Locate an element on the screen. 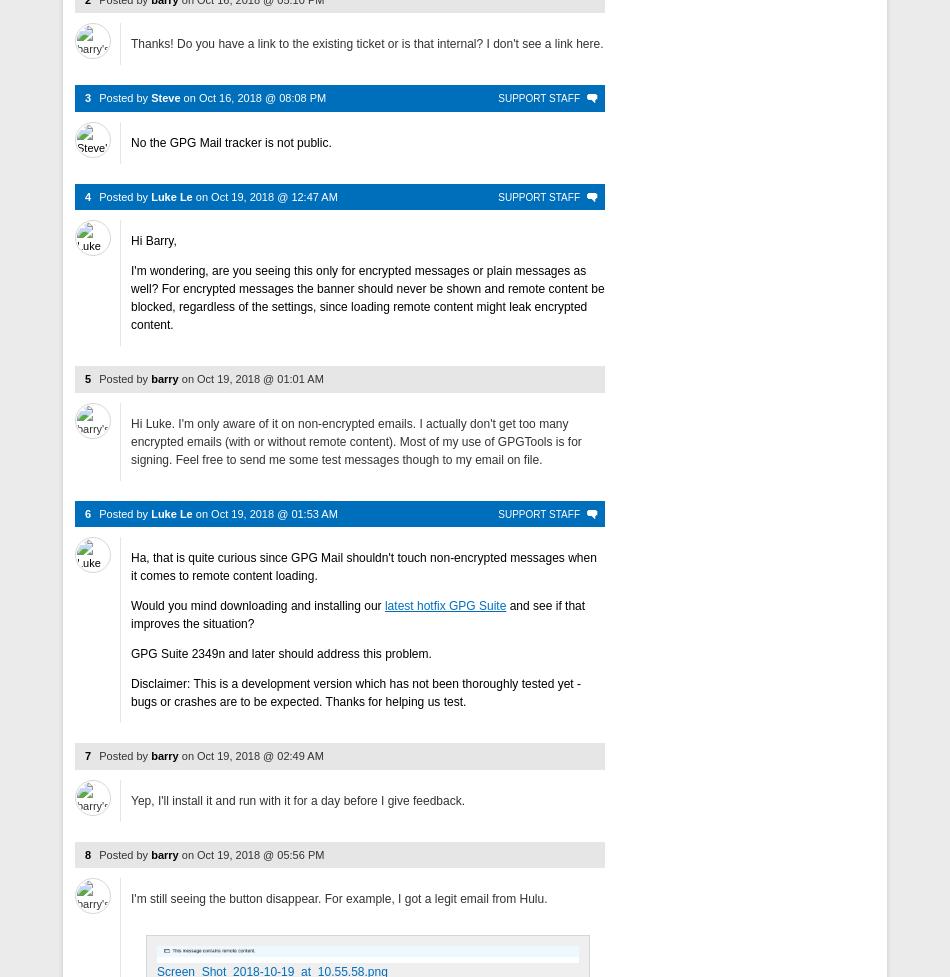 The width and height of the screenshot is (950, 977). 'Oct 19, 2018 @ 02:49 AM' is located at coordinates (259, 756).